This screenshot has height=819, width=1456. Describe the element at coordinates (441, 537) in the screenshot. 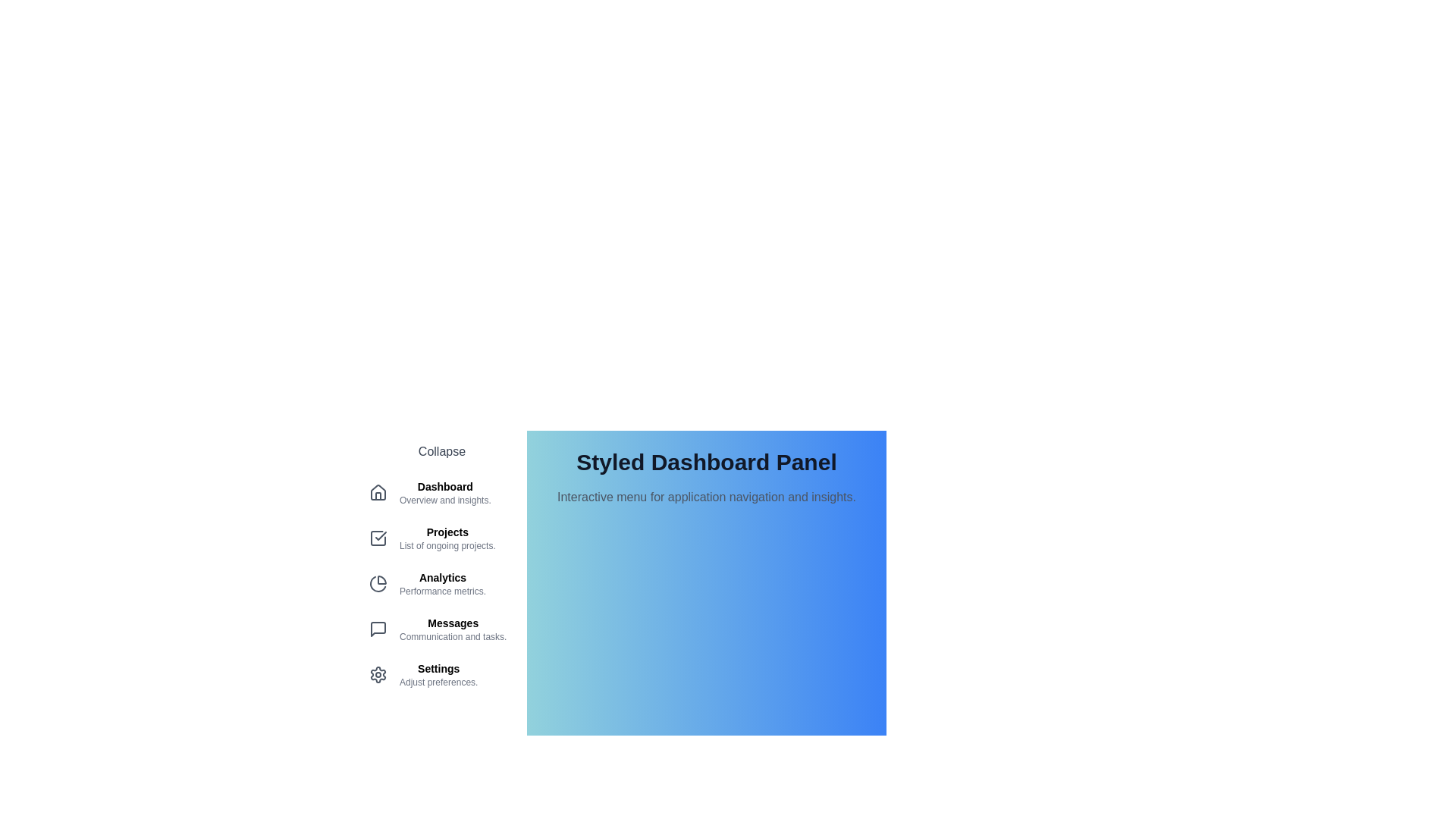

I see `the menu item Projects from the menu` at that location.